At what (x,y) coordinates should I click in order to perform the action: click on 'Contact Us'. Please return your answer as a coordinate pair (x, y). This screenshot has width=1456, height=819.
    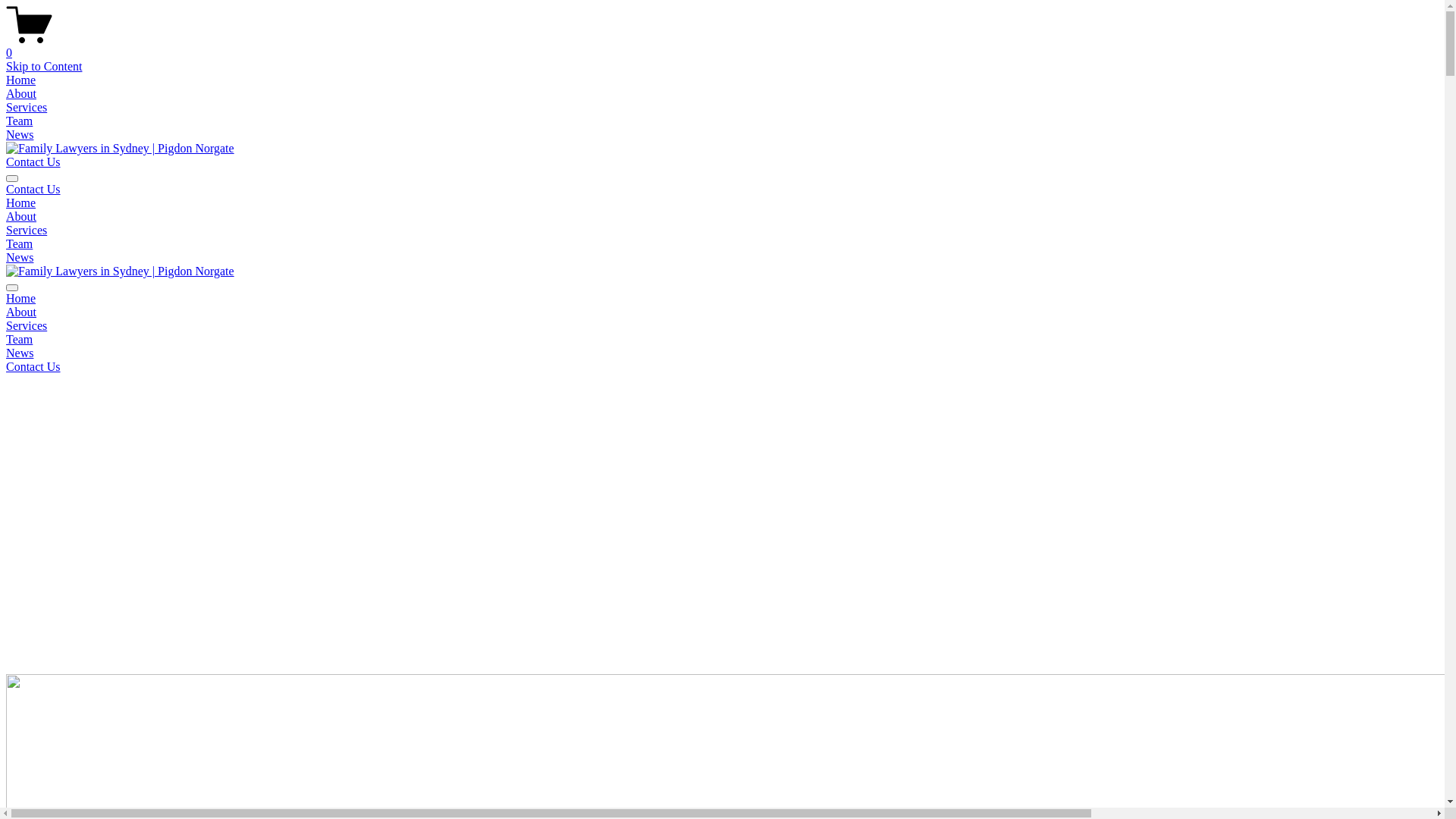
    Looking at the image, I should click on (33, 366).